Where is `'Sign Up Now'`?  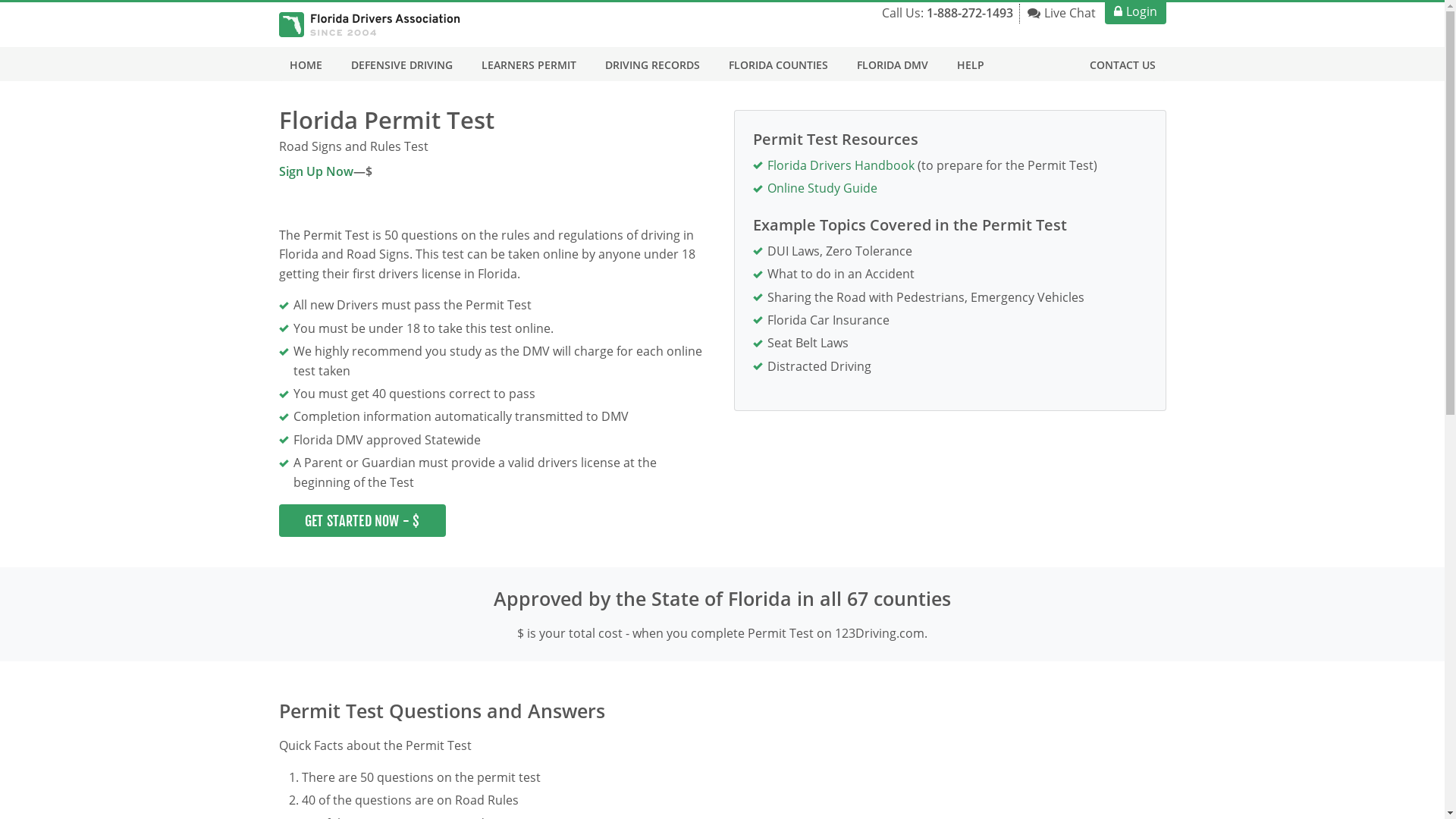 'Sign Up Now' is located at coordinates (279, 171).